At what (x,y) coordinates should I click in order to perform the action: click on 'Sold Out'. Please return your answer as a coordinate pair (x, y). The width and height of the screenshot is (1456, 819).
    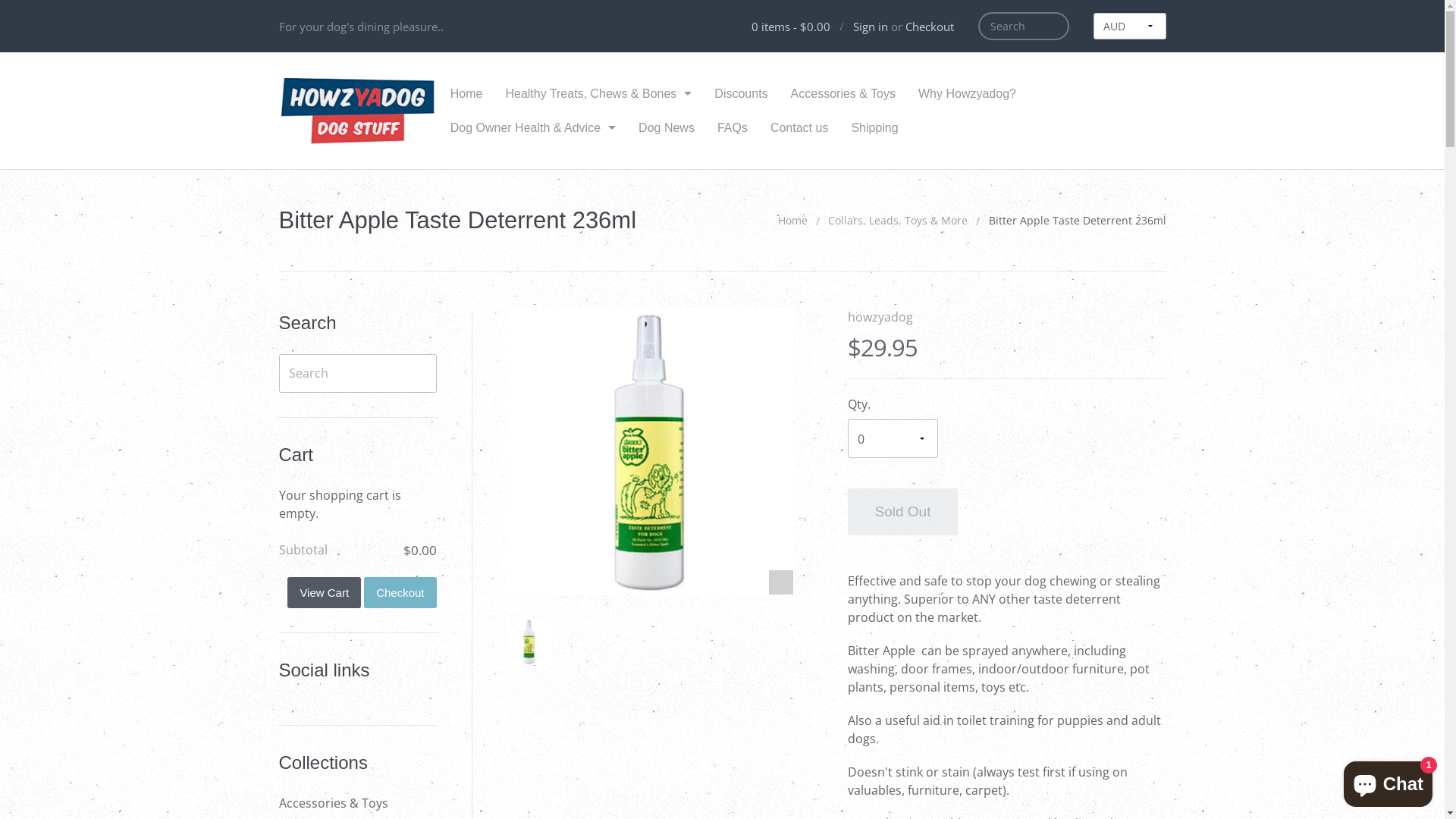
    Looking at the image, I should click on (902, 512).